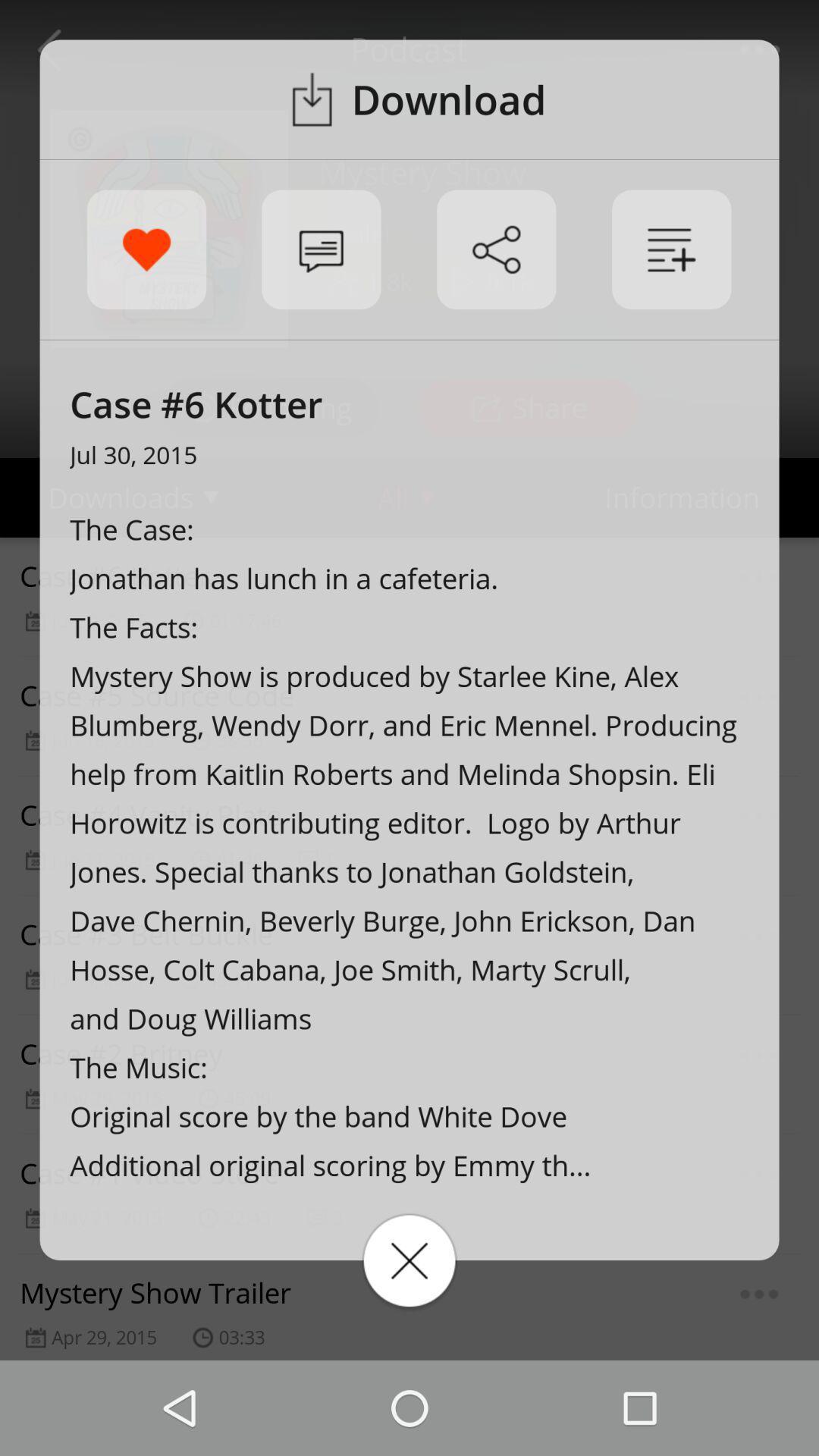  What do you see at coordinates (670, 249) in the screenshot?
I see `a case` at bounding box center [670, 249].